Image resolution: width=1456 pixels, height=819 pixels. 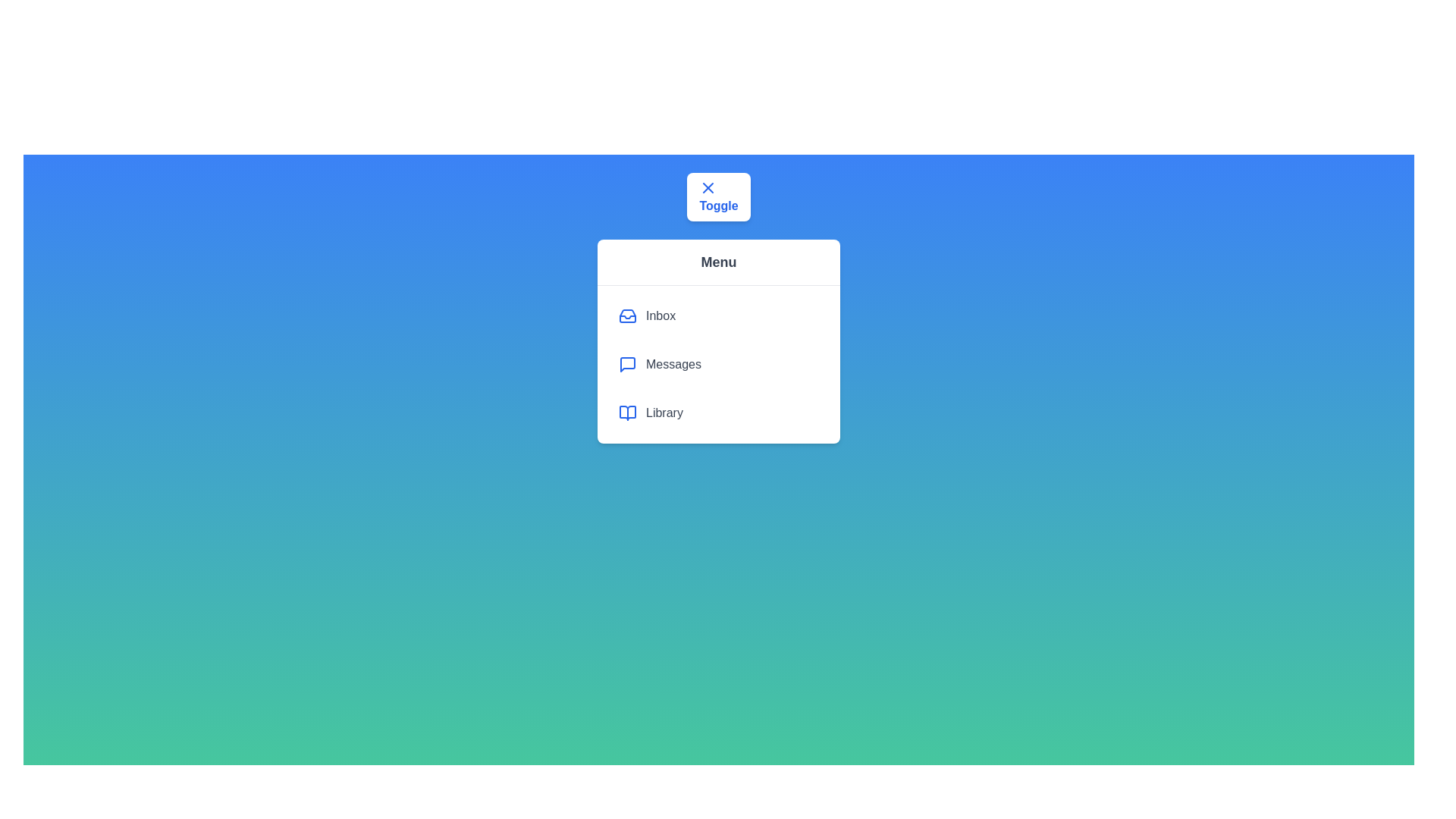 I want to click on the menu item Library from the list, so click(x=718, y=413).